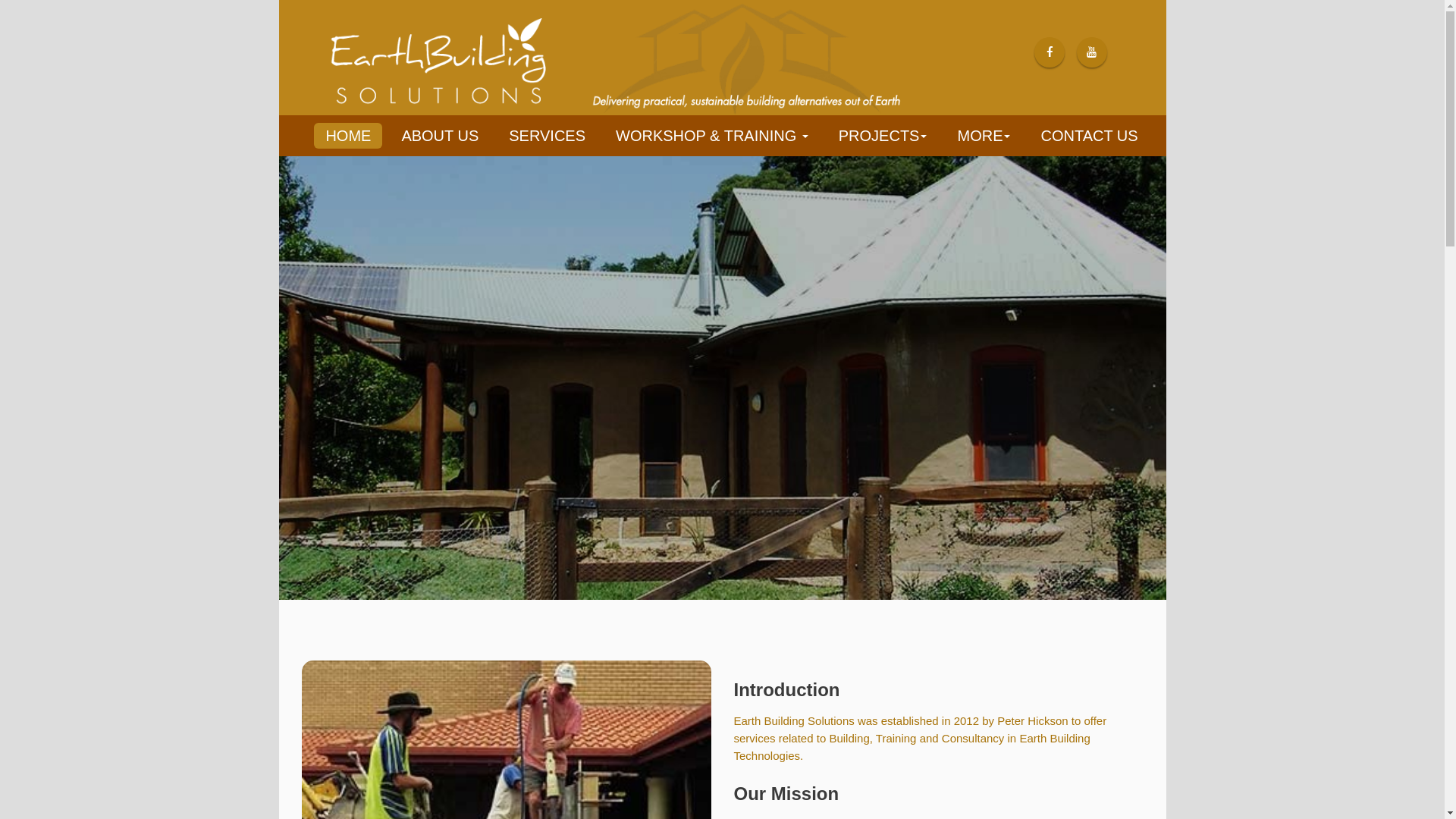 The height and width of the screenshot is (819, 1456). I want to click on 'Facebook', so click(1049, 51).